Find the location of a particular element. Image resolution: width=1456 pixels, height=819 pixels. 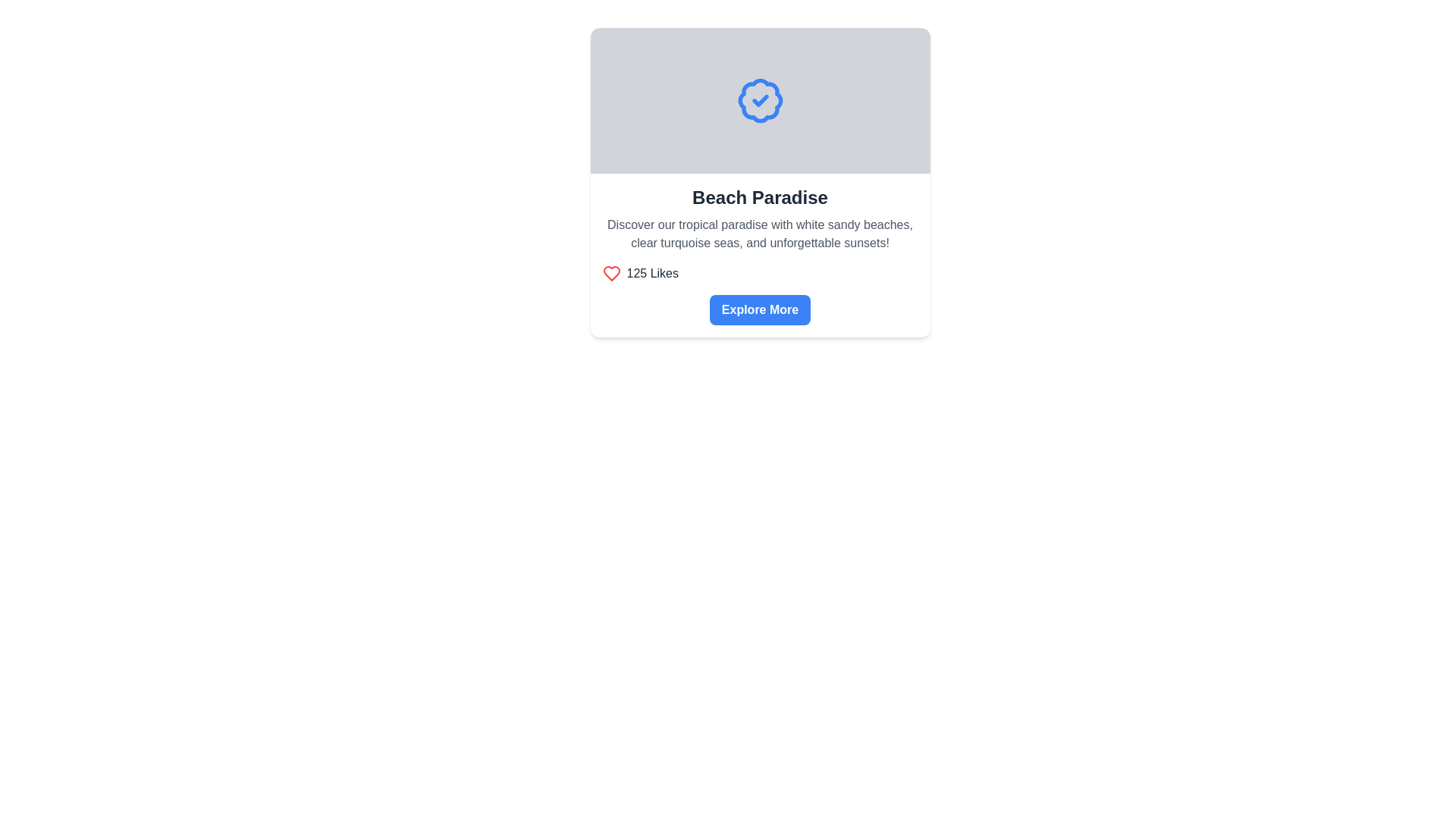

the Header text element, which serves as the title of the card and is positioned at the top section of the card, directly under a graphical representation is located at coordinates (760, 197).